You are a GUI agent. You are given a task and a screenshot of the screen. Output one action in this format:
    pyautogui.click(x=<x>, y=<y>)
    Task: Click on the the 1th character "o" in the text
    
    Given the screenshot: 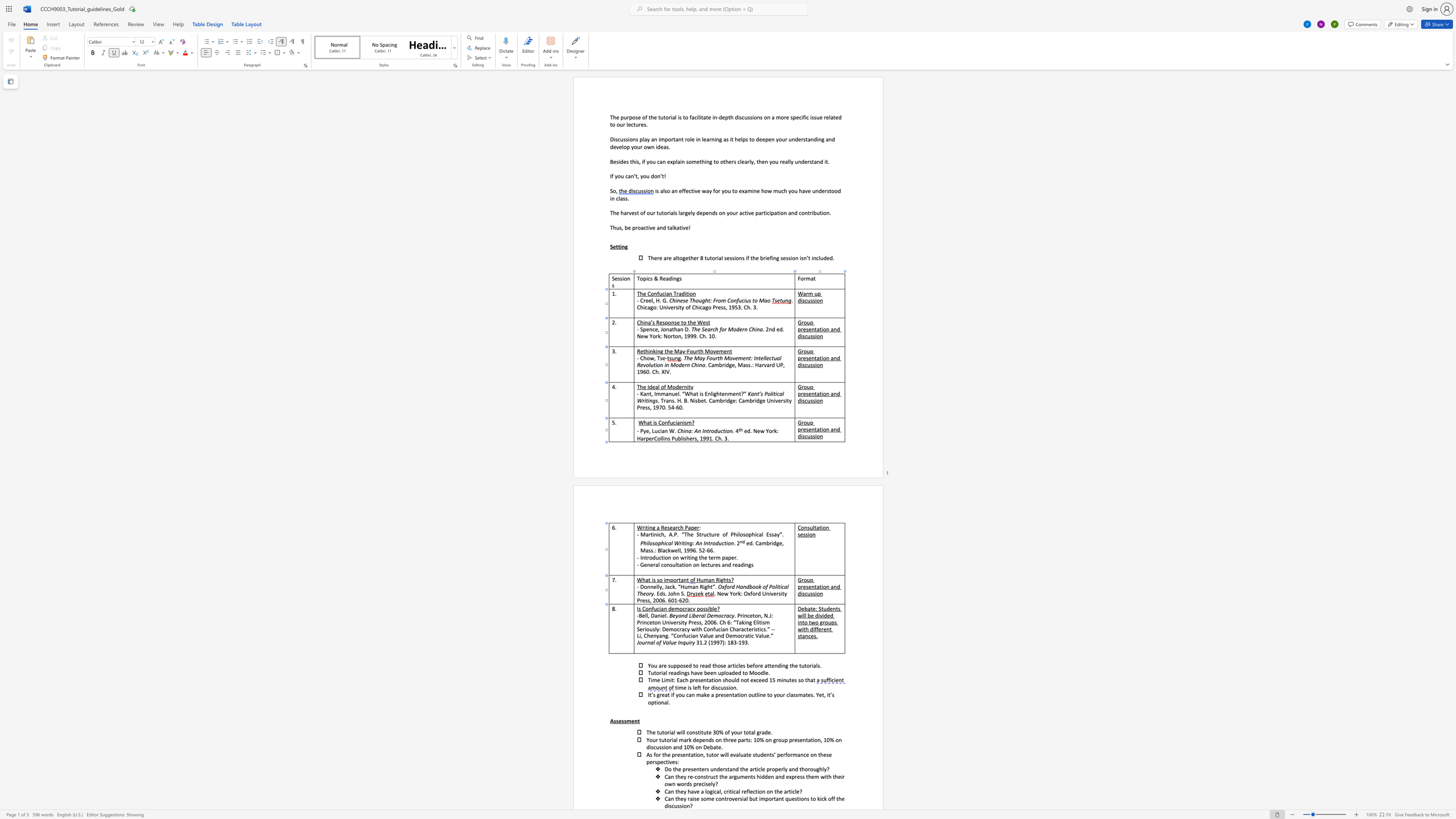 What is the action you would take?
    pyautogui.click(x=647, y=608)
    